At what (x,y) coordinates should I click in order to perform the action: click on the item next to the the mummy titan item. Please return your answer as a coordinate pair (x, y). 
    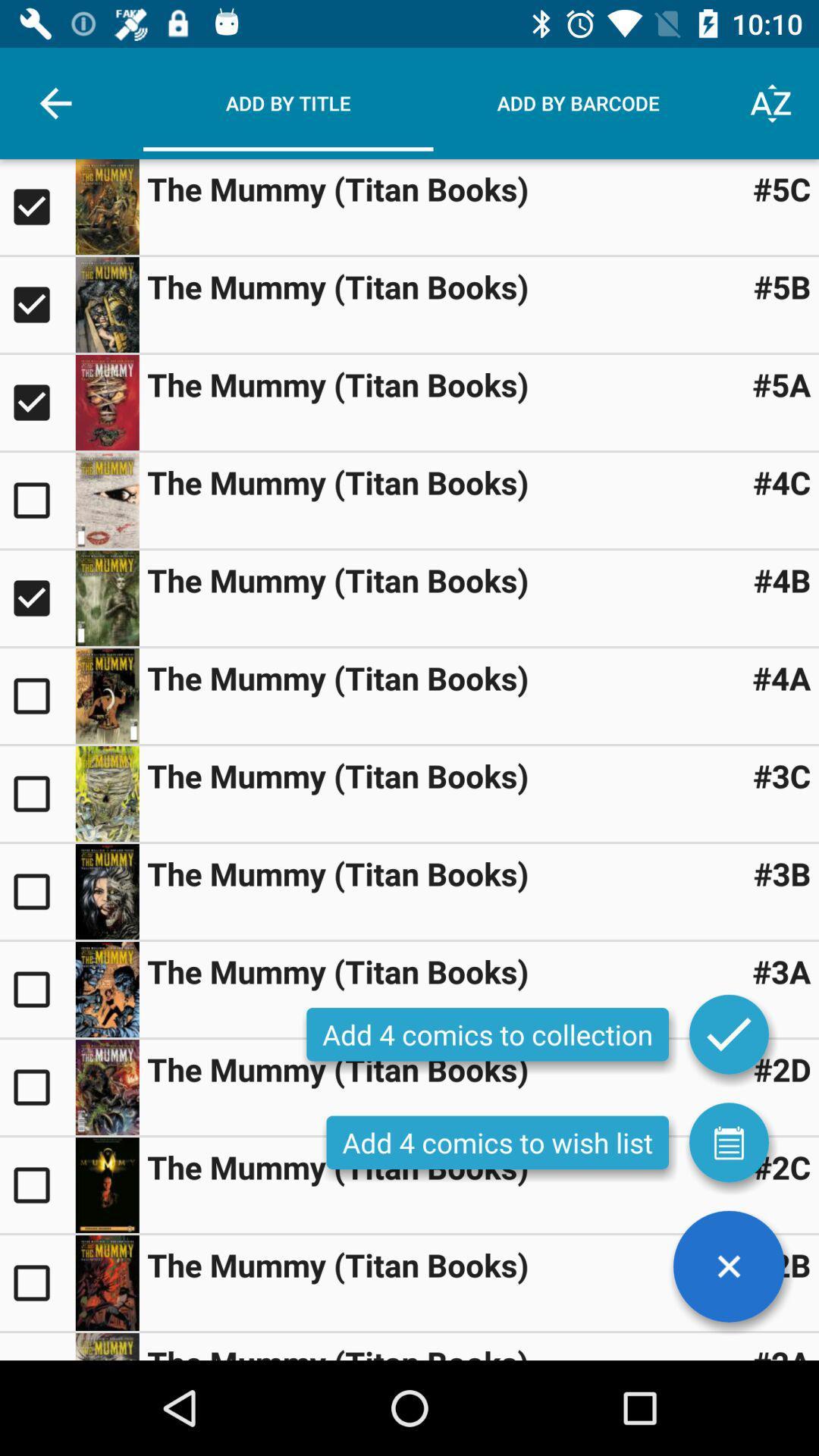
    Looking at the image, I should click on (782, 188).